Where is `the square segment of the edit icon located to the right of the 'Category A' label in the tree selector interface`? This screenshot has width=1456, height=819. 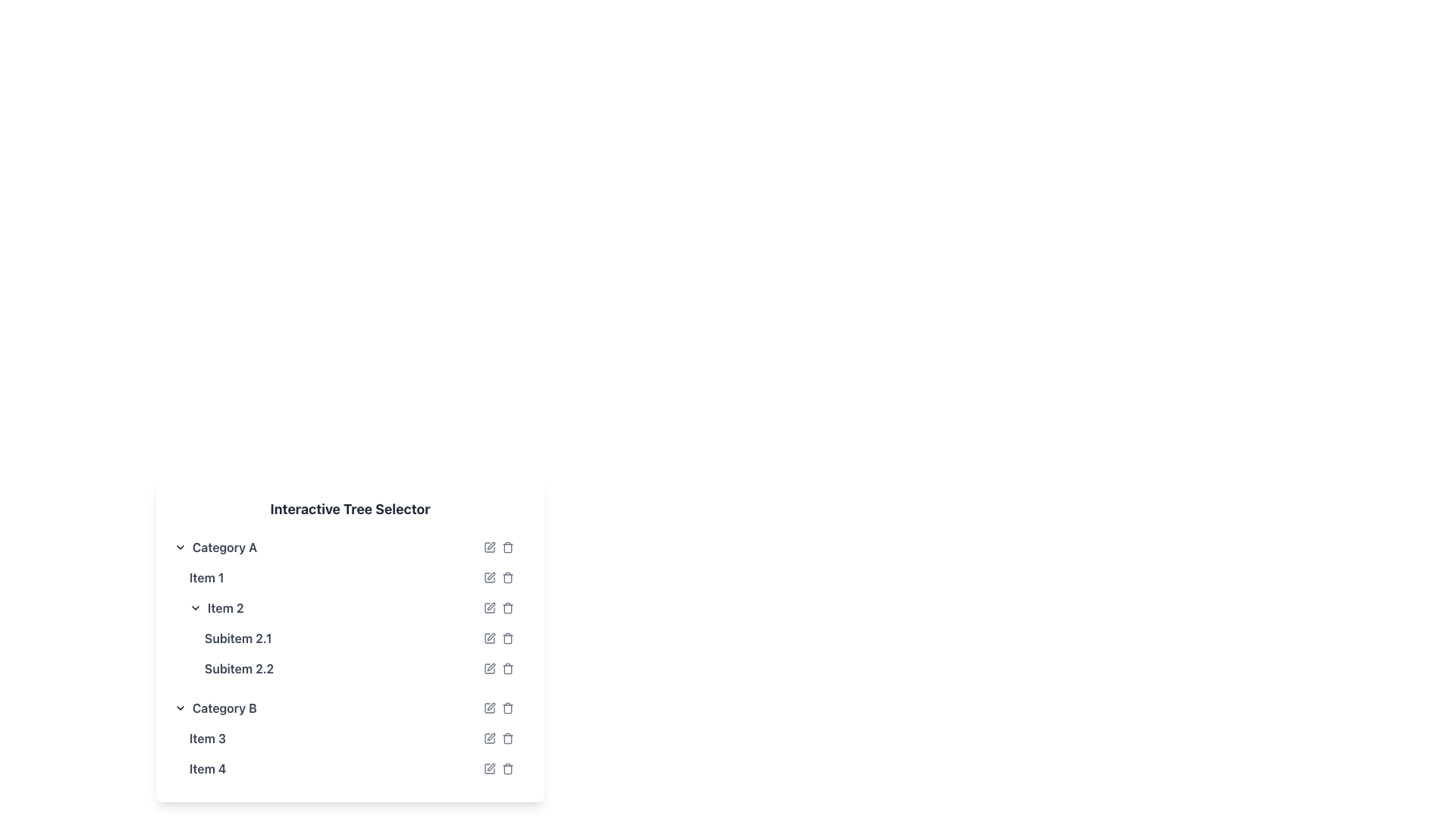
the square segment of the edit icon located to the right of the 'Category A' label in the tree selector interface is located at coordinates (490, 547).